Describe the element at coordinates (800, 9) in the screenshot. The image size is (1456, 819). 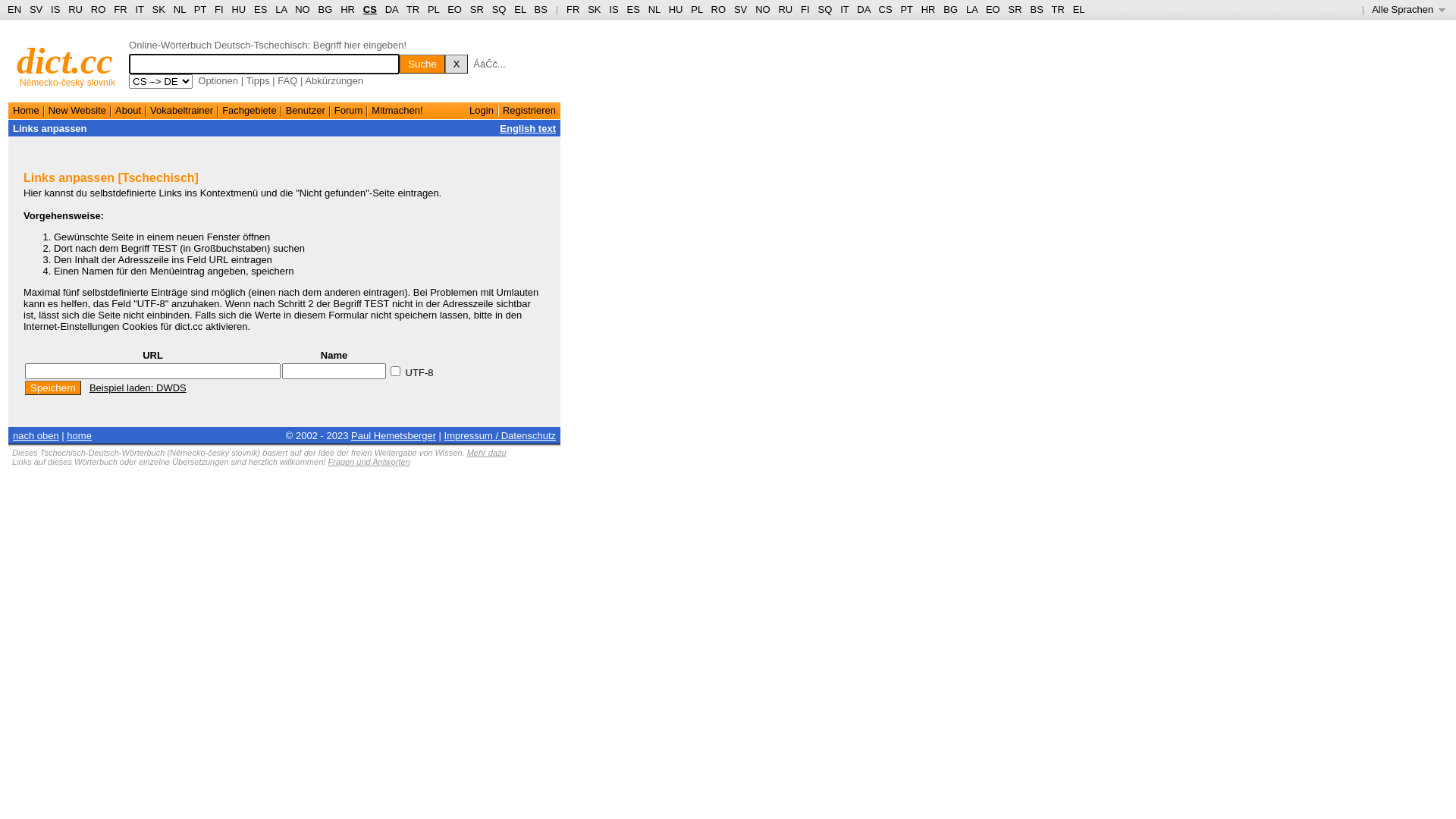
I see `'FI'` at that location.